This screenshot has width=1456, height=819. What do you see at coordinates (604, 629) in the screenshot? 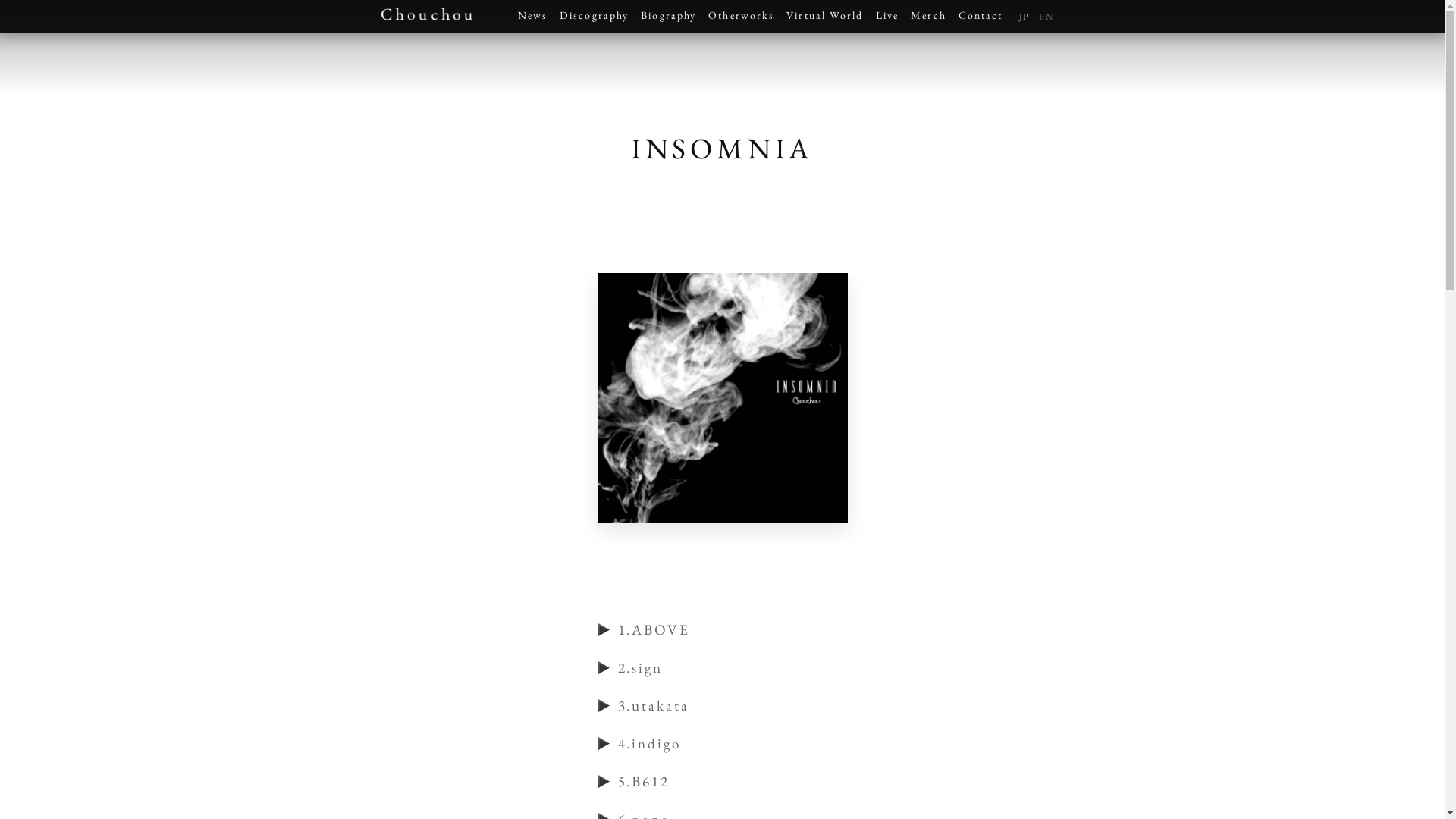
I see `'play'` at bounding box center [604, 629].